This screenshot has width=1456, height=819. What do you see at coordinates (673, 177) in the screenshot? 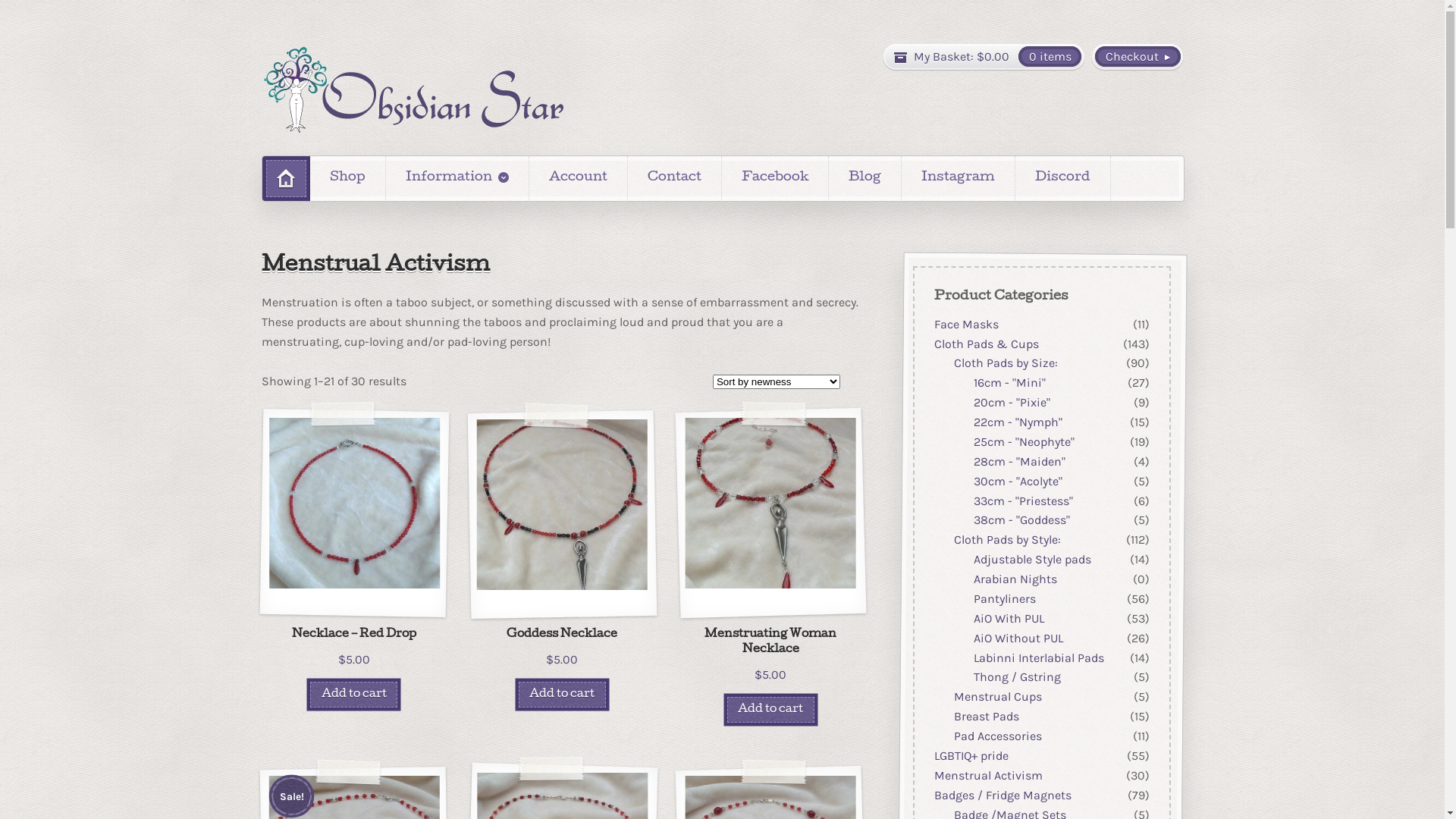
I see `'Contact'` at bounding box center [673, 177].